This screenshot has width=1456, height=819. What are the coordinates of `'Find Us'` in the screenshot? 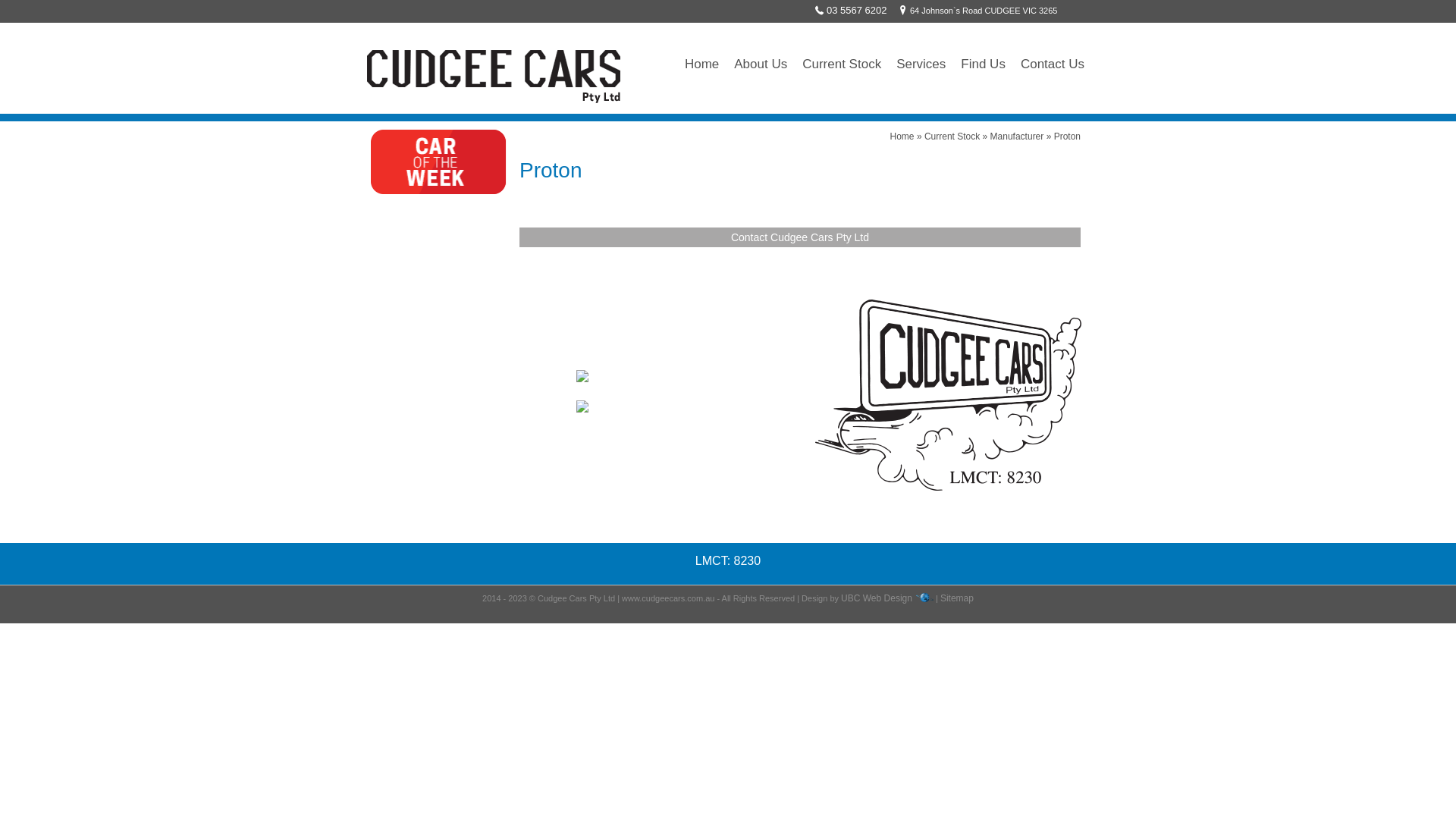 It's located at (952, 63).